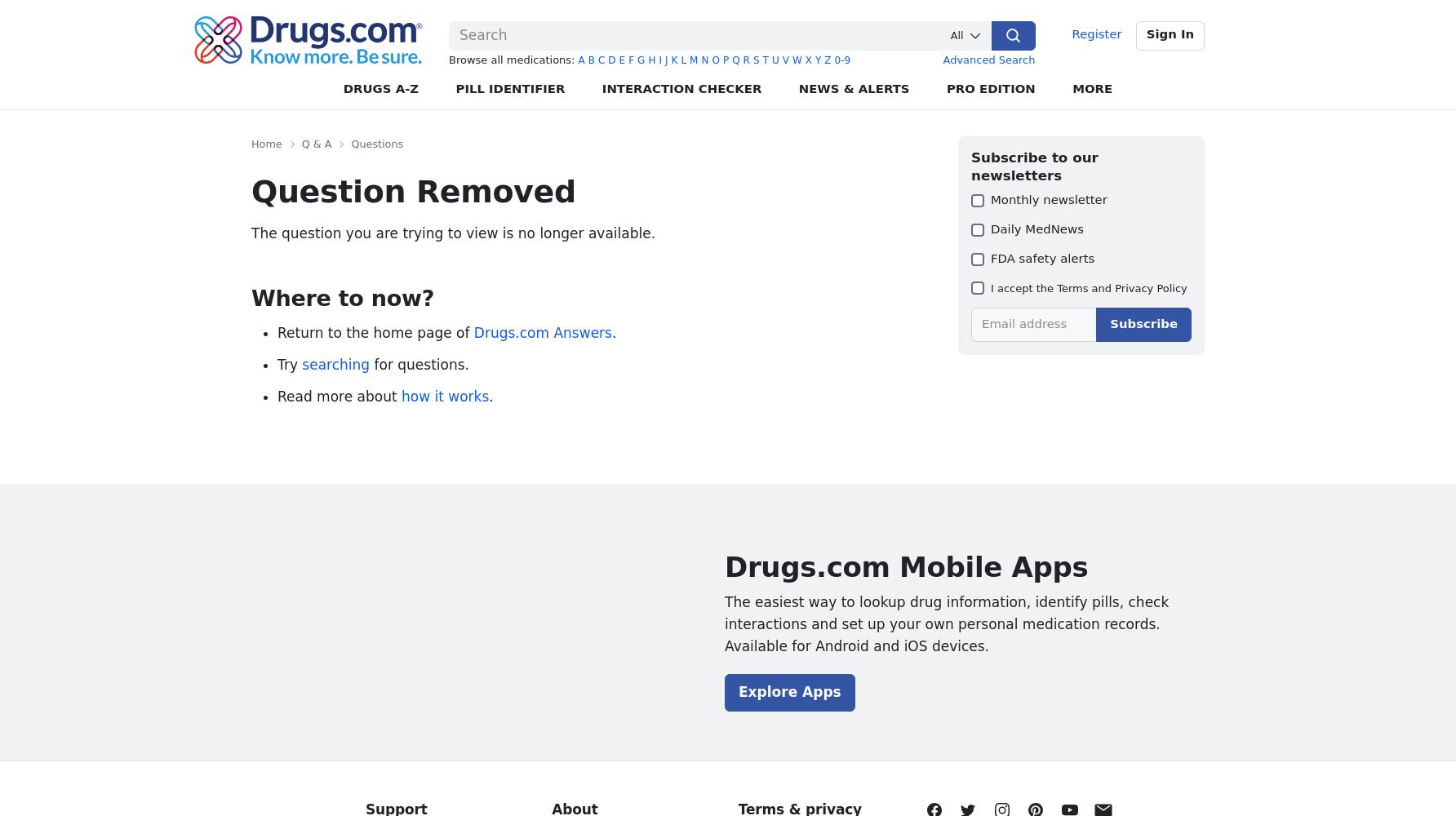  Describe the element at coordinates (277, 396) in the screenshot. I see `'Read more about'` at that location.